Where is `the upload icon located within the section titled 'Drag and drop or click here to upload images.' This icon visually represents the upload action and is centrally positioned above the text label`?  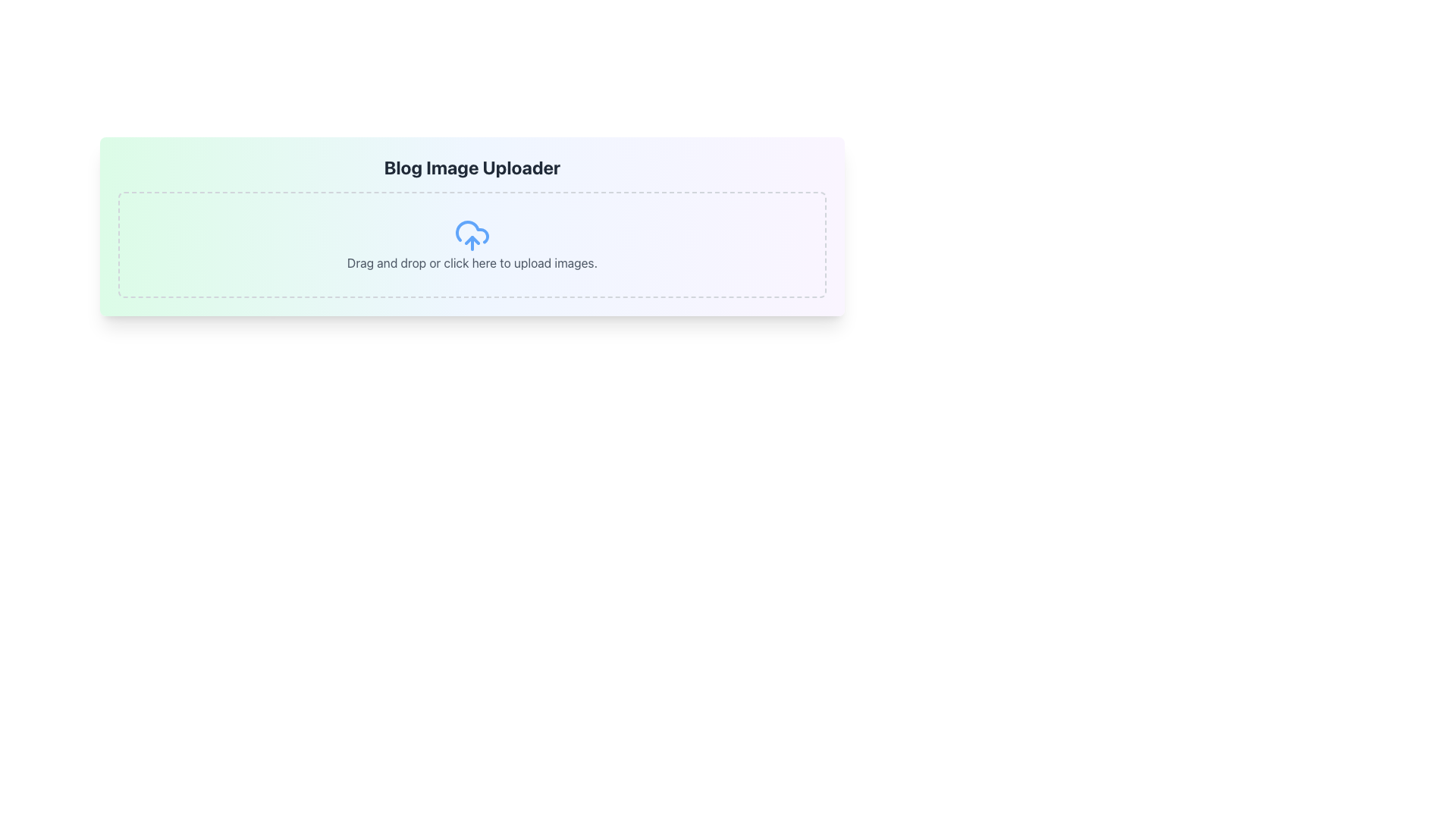 the upload icon located within the section titled 'Drag and drop or click here to upload images.' This icon visually represents the upload action and is centrally positioned above the text label is located at coordinates (472, 236).